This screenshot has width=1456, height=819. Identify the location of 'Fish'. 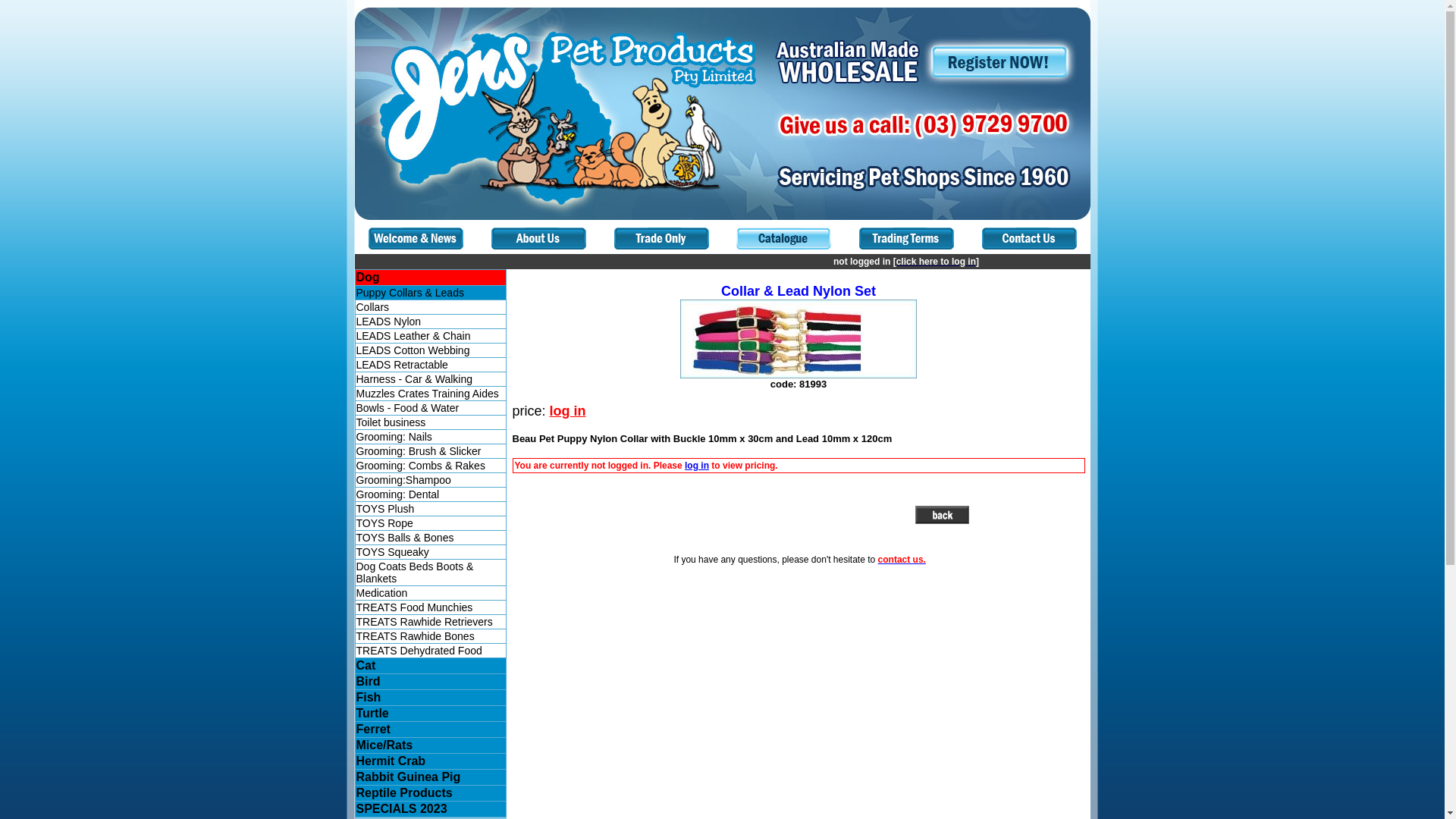
(369, 697).